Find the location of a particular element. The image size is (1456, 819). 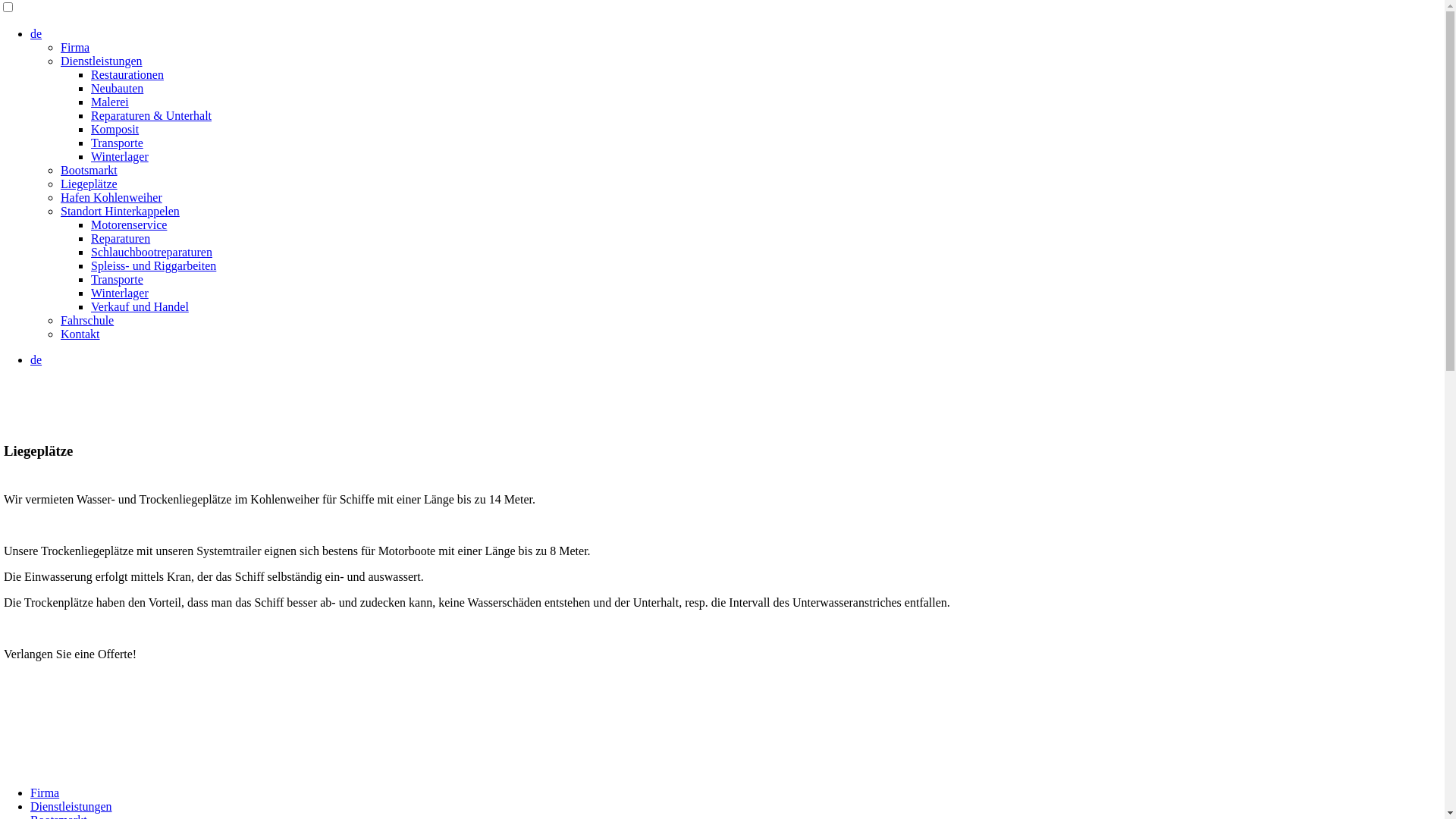

'Kontakt' is located at coordinates (79, 333).